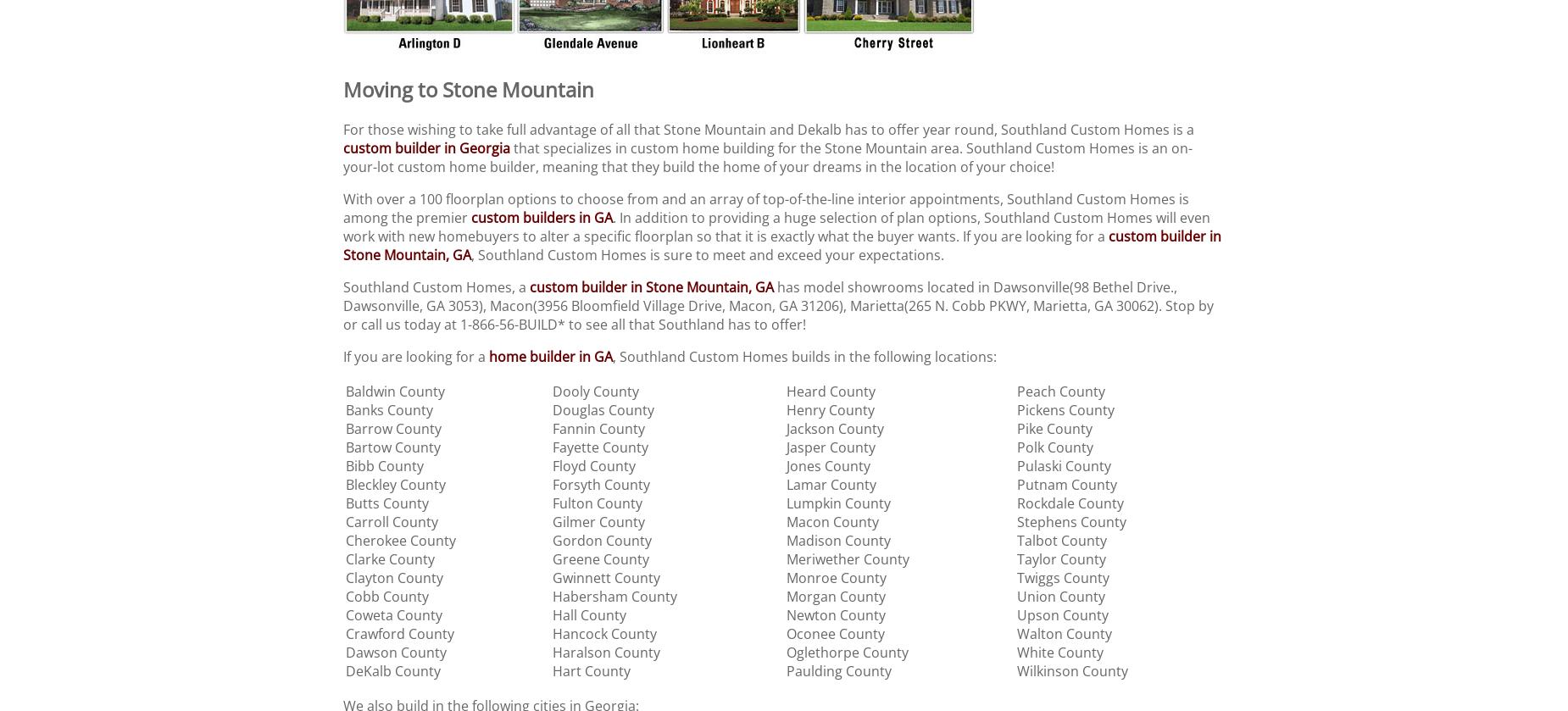  Describe the element at coordinates (829, 408) in the screenshot. I see `'Henry County'` at that location.